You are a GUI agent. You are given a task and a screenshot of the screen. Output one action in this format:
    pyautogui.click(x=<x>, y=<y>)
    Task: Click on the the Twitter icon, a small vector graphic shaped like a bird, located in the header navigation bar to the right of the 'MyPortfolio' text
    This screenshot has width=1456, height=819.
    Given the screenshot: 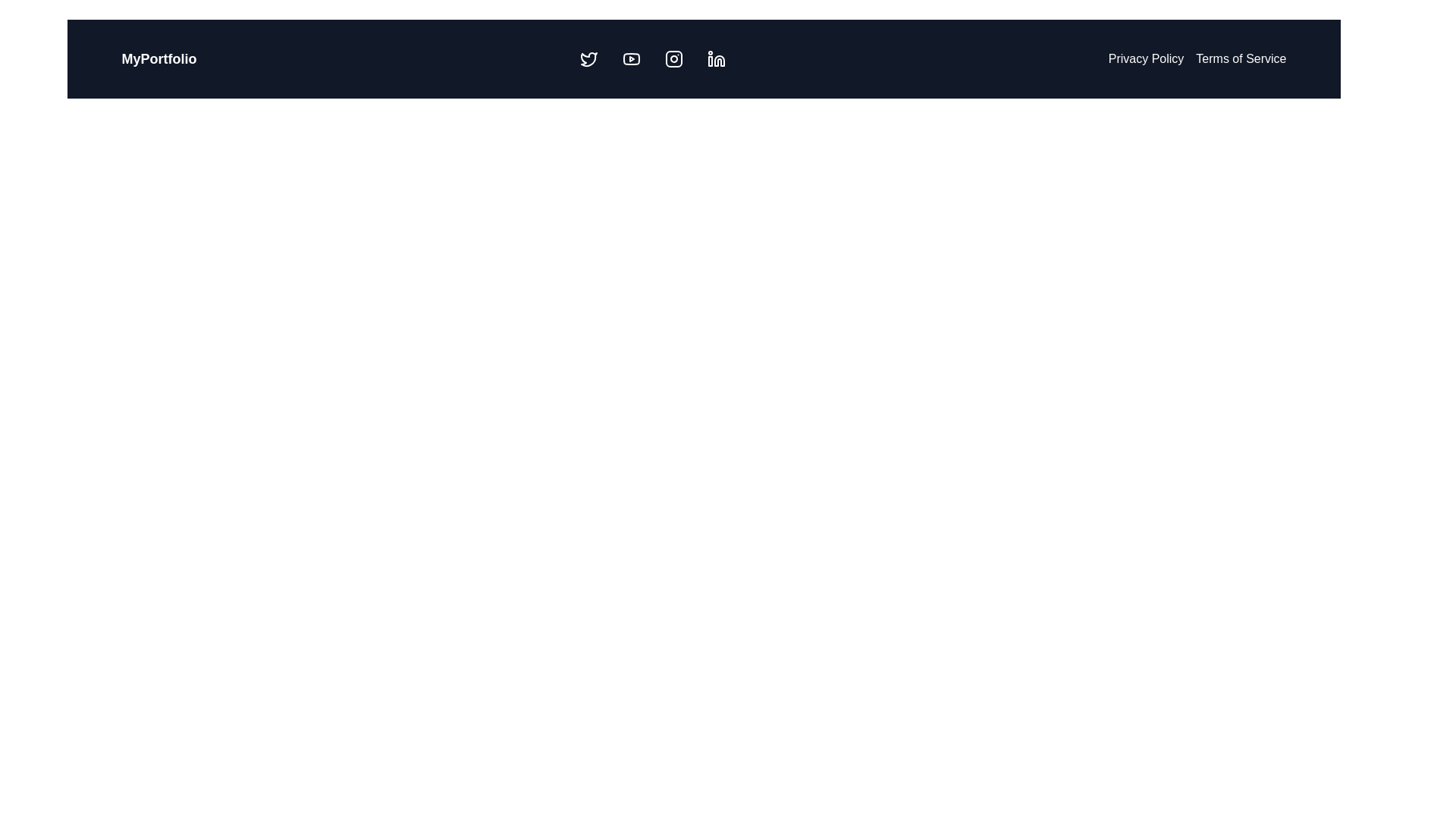 What is the action you would take?
    pyautogui.click(x=588, y=58)
    